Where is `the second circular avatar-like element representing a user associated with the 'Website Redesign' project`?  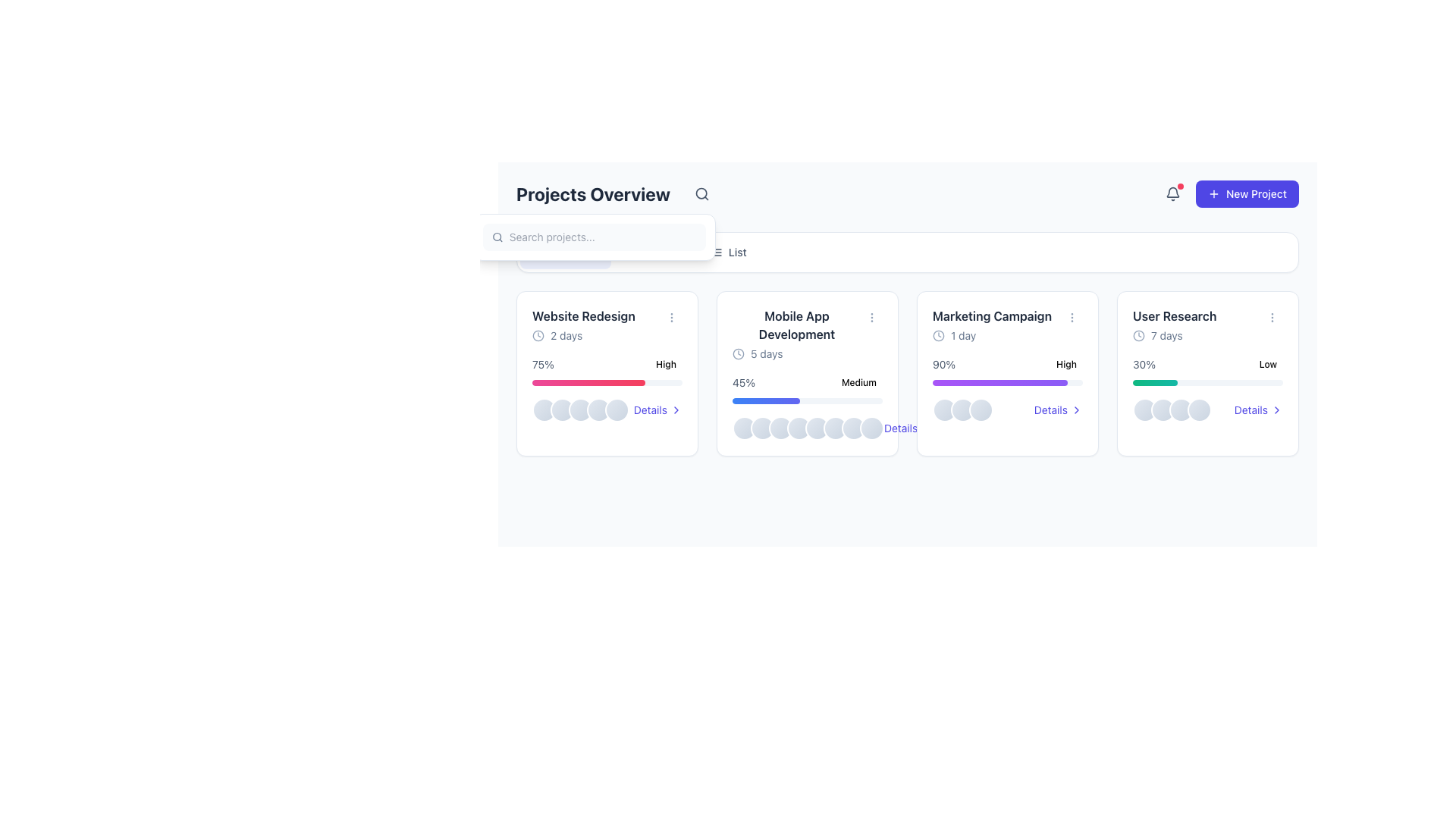
the second circular avatar-like element representing a user associated with the 'Website Redesign' project is located at coordinates (562, 409).